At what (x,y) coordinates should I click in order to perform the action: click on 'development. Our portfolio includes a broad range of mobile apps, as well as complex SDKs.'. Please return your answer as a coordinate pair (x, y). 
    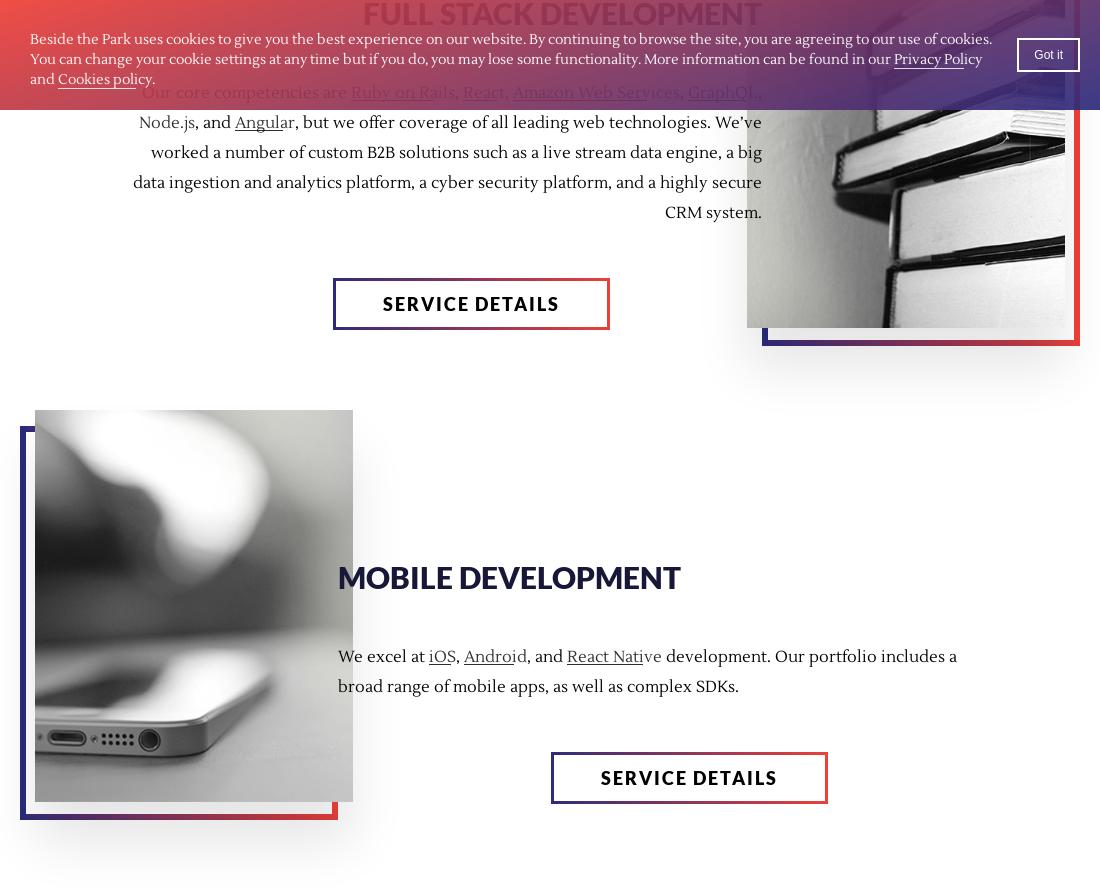
    Looking at the image, I should click on (647, 671).